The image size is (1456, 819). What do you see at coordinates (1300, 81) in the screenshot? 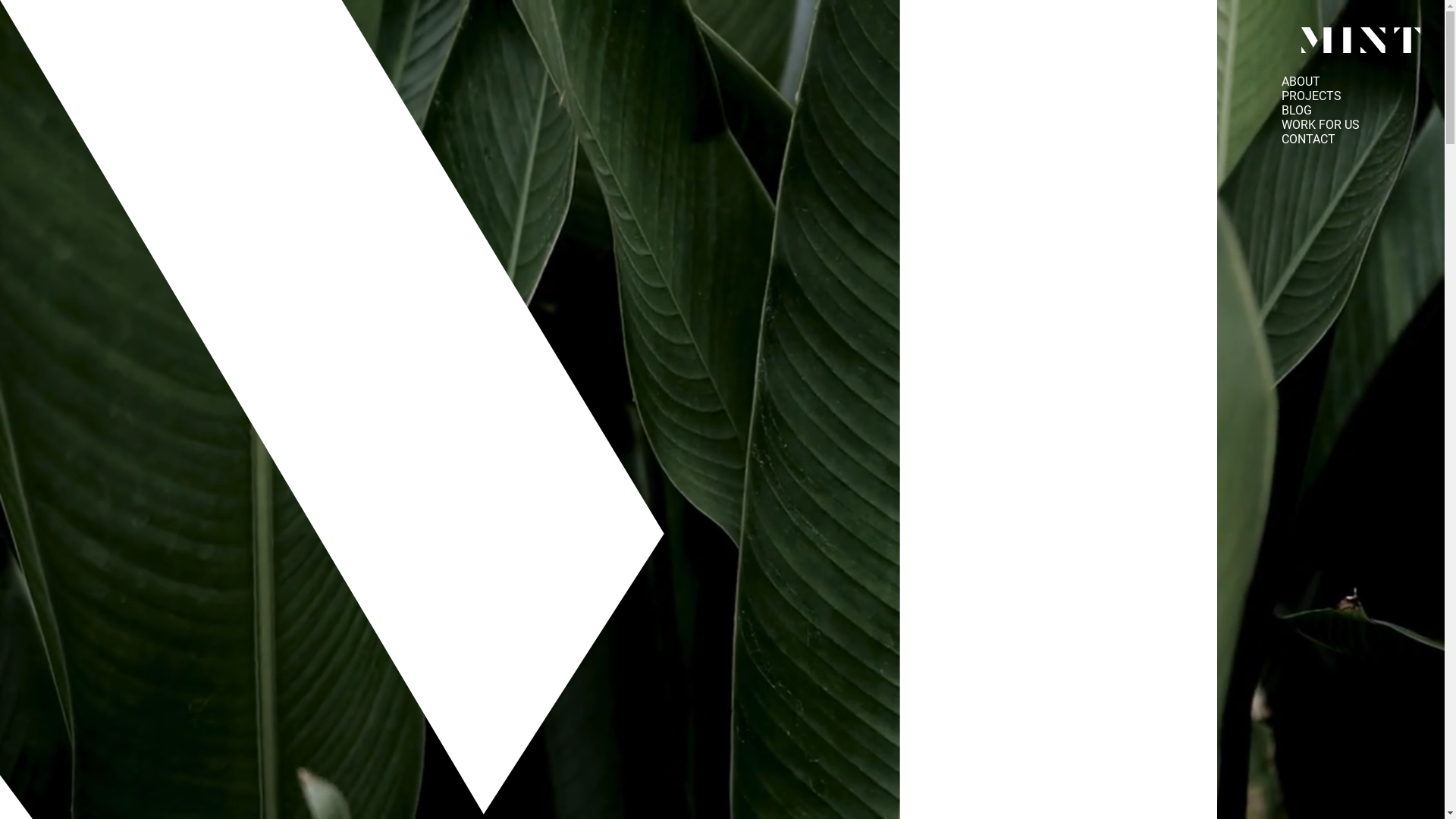
I see `'ABOUT'` at bounding box center [1300, 81].